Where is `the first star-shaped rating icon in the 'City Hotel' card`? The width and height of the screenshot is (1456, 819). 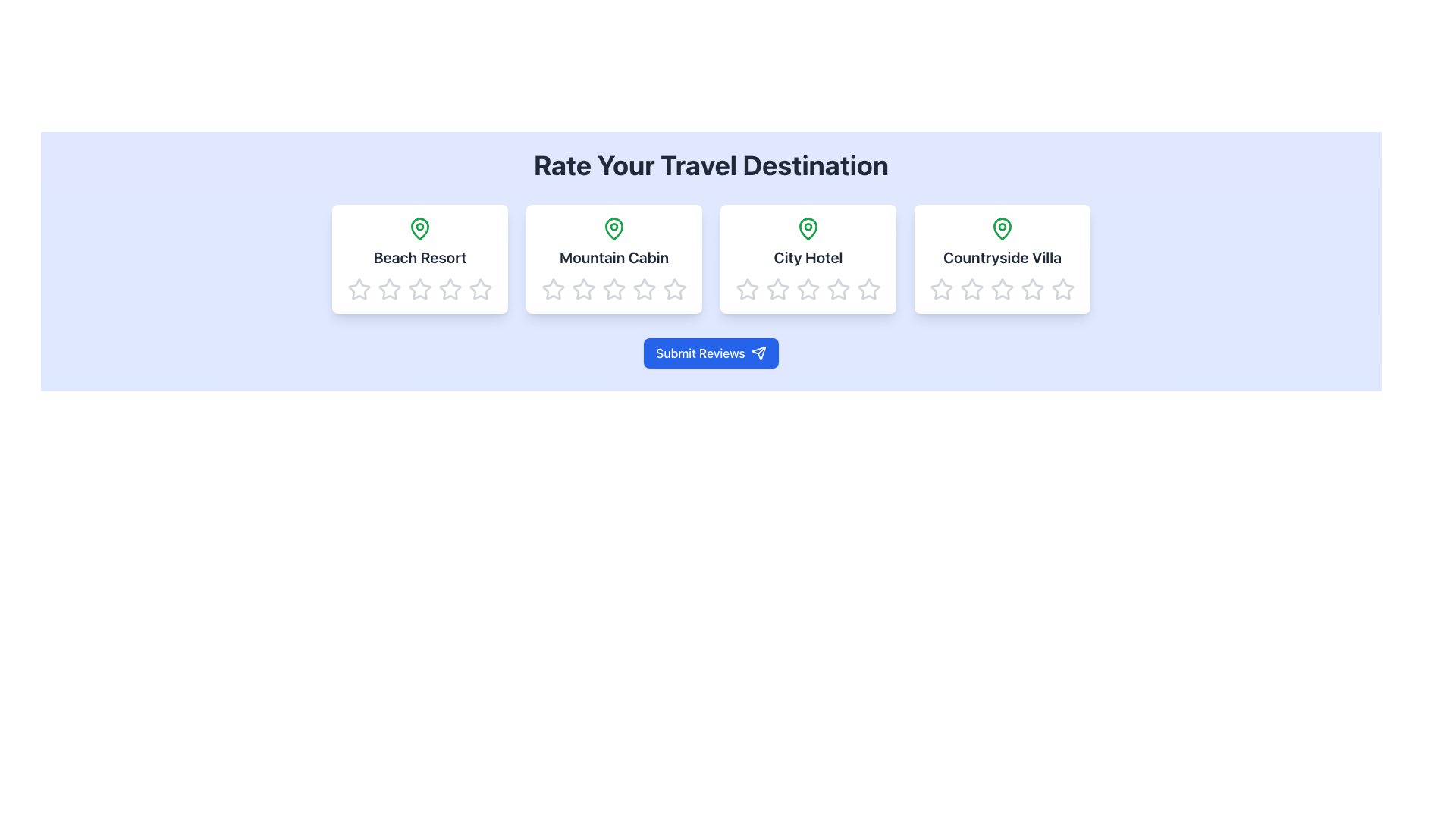 the first star-shaped rating icon in the 'City Hotel' card is located at coordinates (747, 289).